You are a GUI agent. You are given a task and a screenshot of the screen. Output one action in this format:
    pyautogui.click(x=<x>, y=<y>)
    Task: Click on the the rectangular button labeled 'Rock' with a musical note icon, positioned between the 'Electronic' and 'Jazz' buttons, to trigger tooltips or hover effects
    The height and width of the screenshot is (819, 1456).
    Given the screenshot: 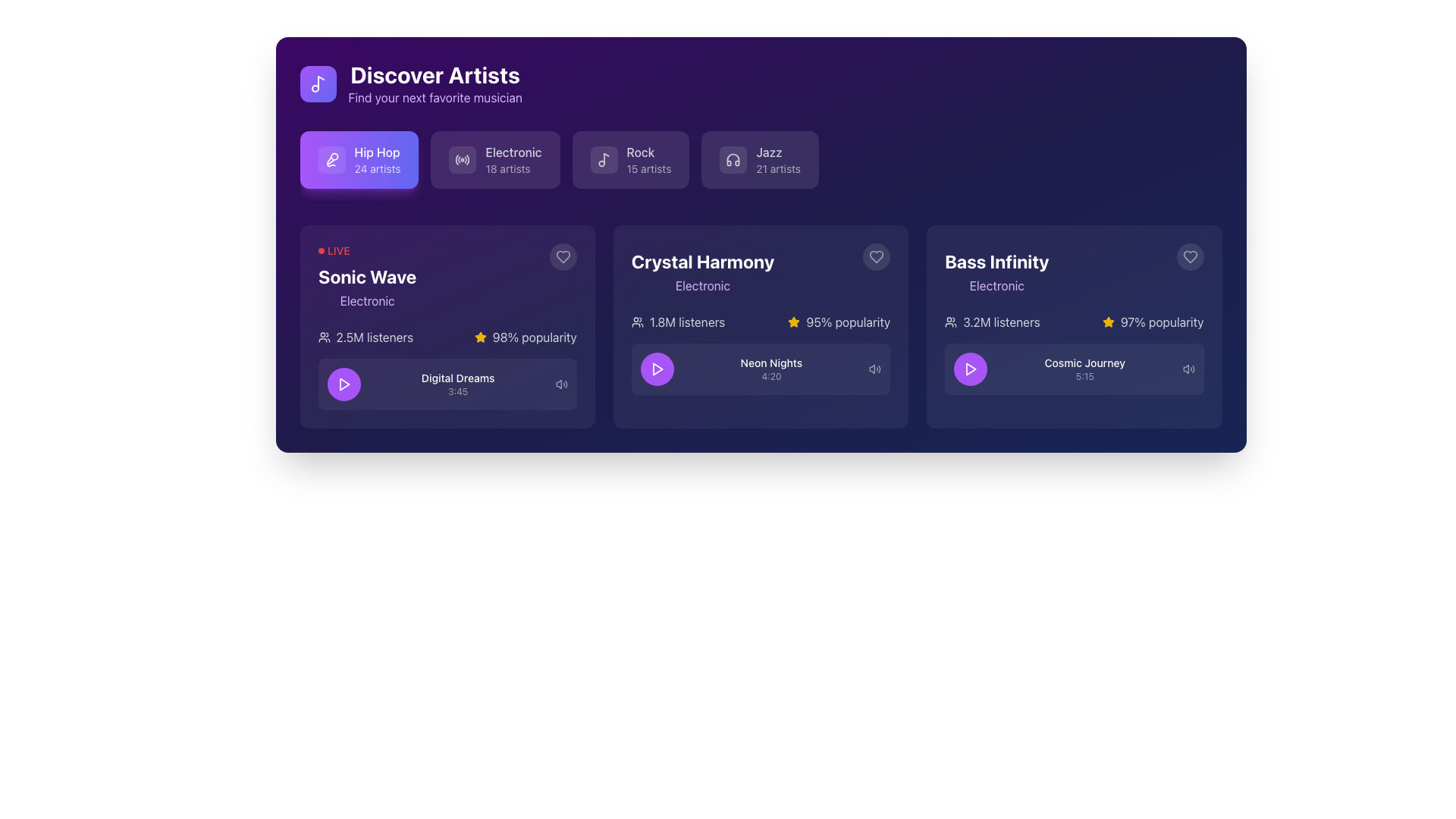 What is the action you would take?
    pyautogui.click(x=630, y=160)
    